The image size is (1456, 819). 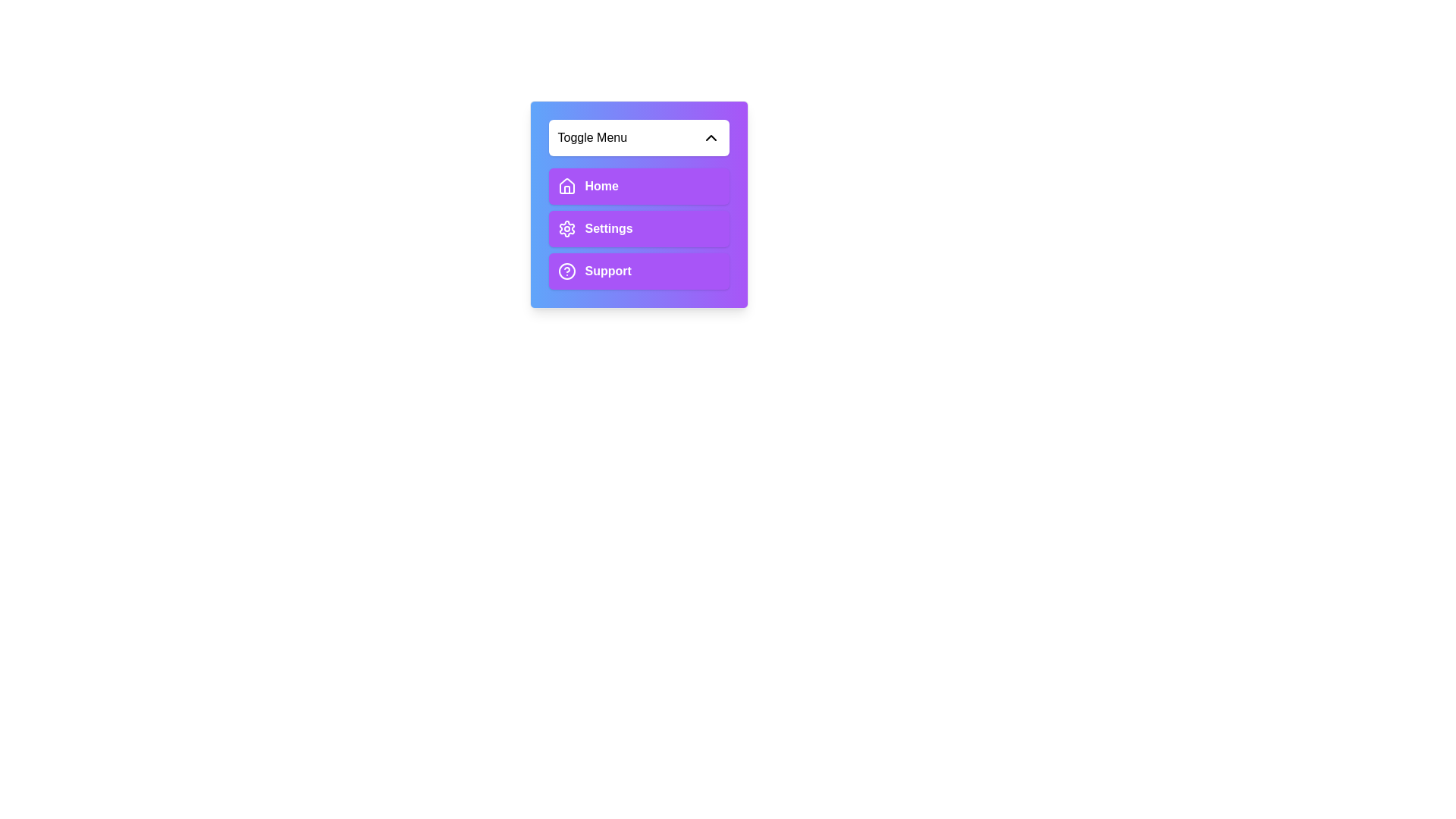 I want to click on the 'Settings' section in the Dropdown menu located in the lower portion of the purple gradient card titled 'Toggle Menu', so click(x=639, y=228).